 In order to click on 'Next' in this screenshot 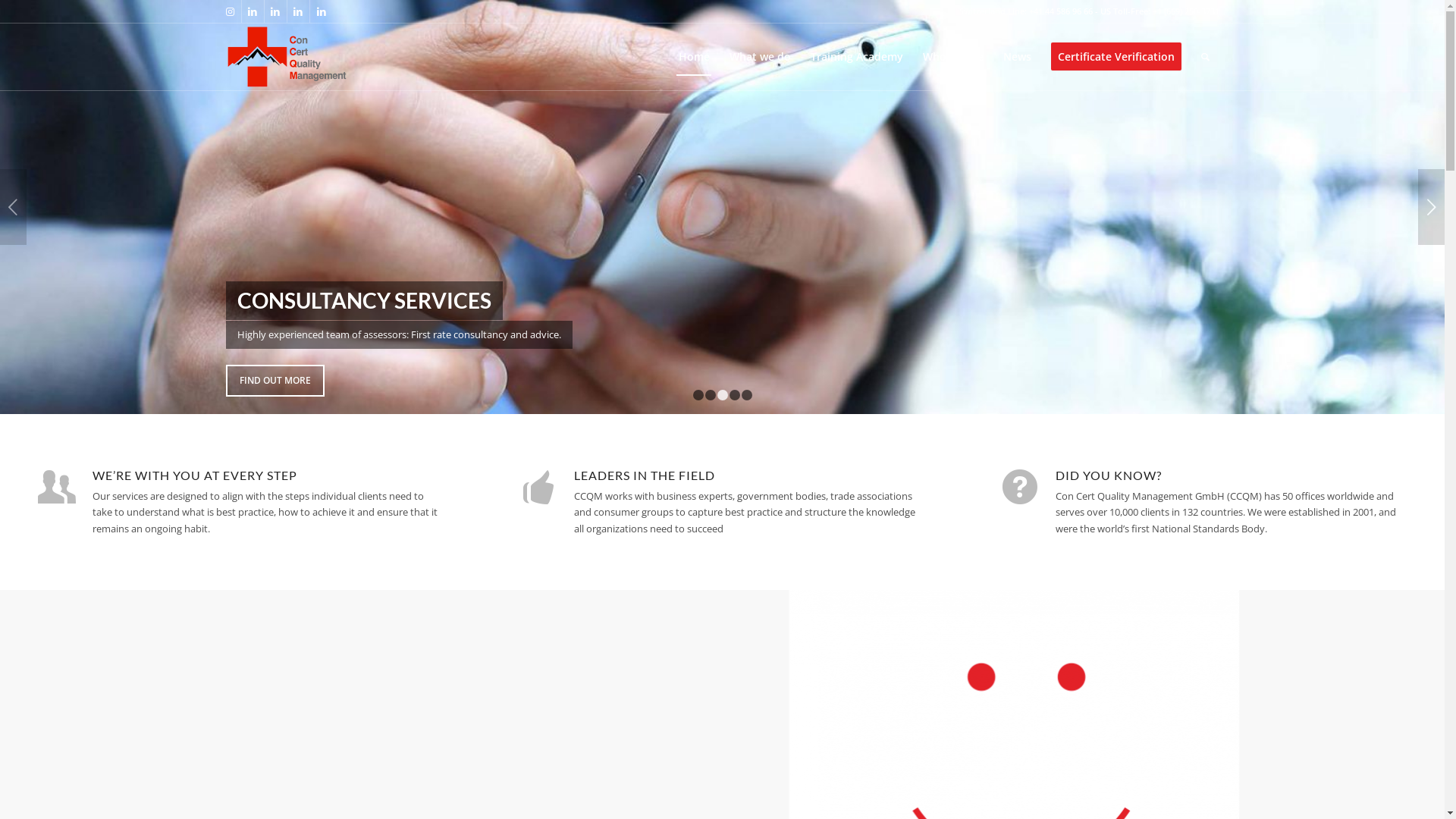, I will do `click(1417, 207)`.